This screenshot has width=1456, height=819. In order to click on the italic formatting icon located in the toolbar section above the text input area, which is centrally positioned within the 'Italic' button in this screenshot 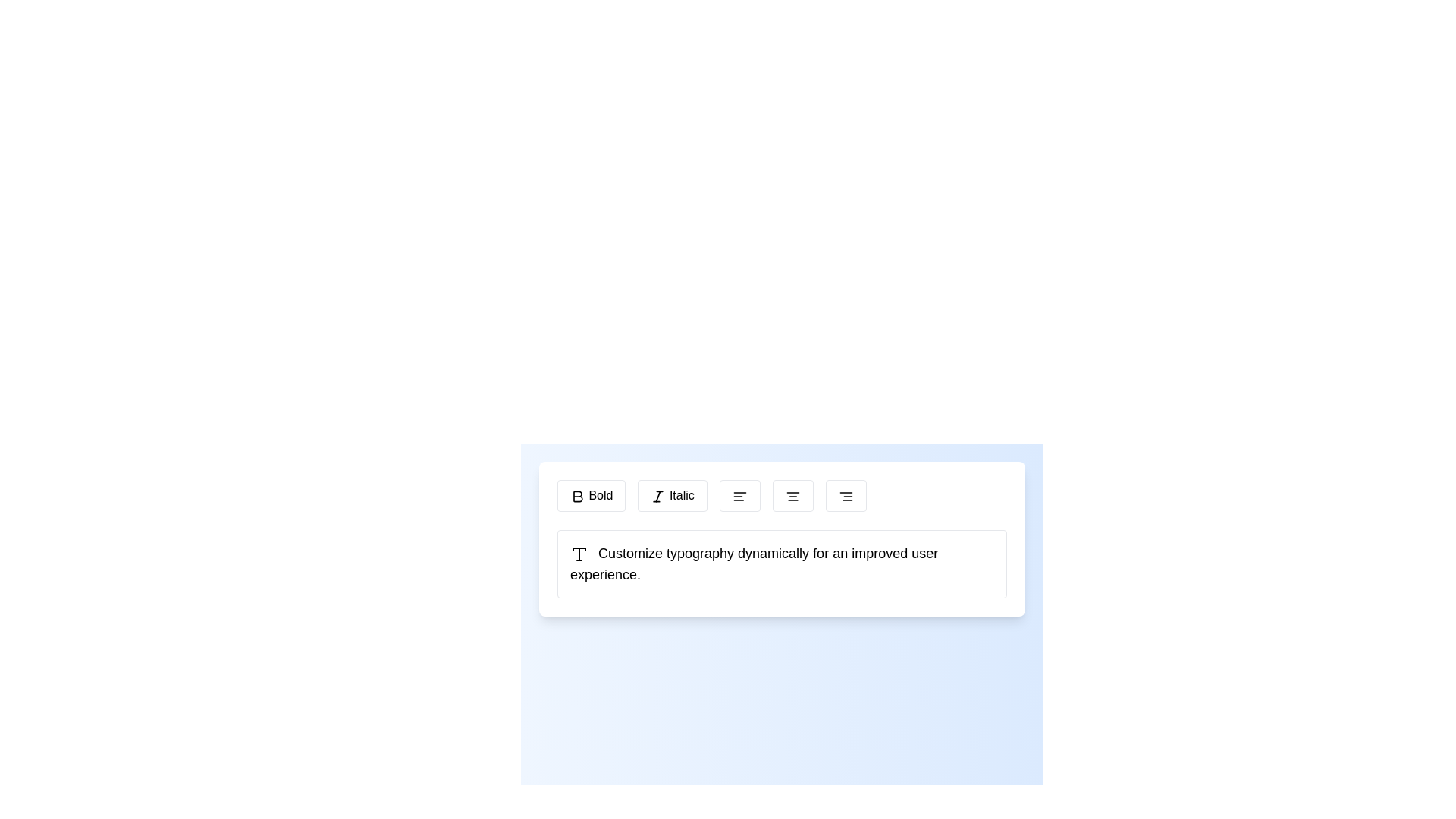, I will do `click(658, 496)`.